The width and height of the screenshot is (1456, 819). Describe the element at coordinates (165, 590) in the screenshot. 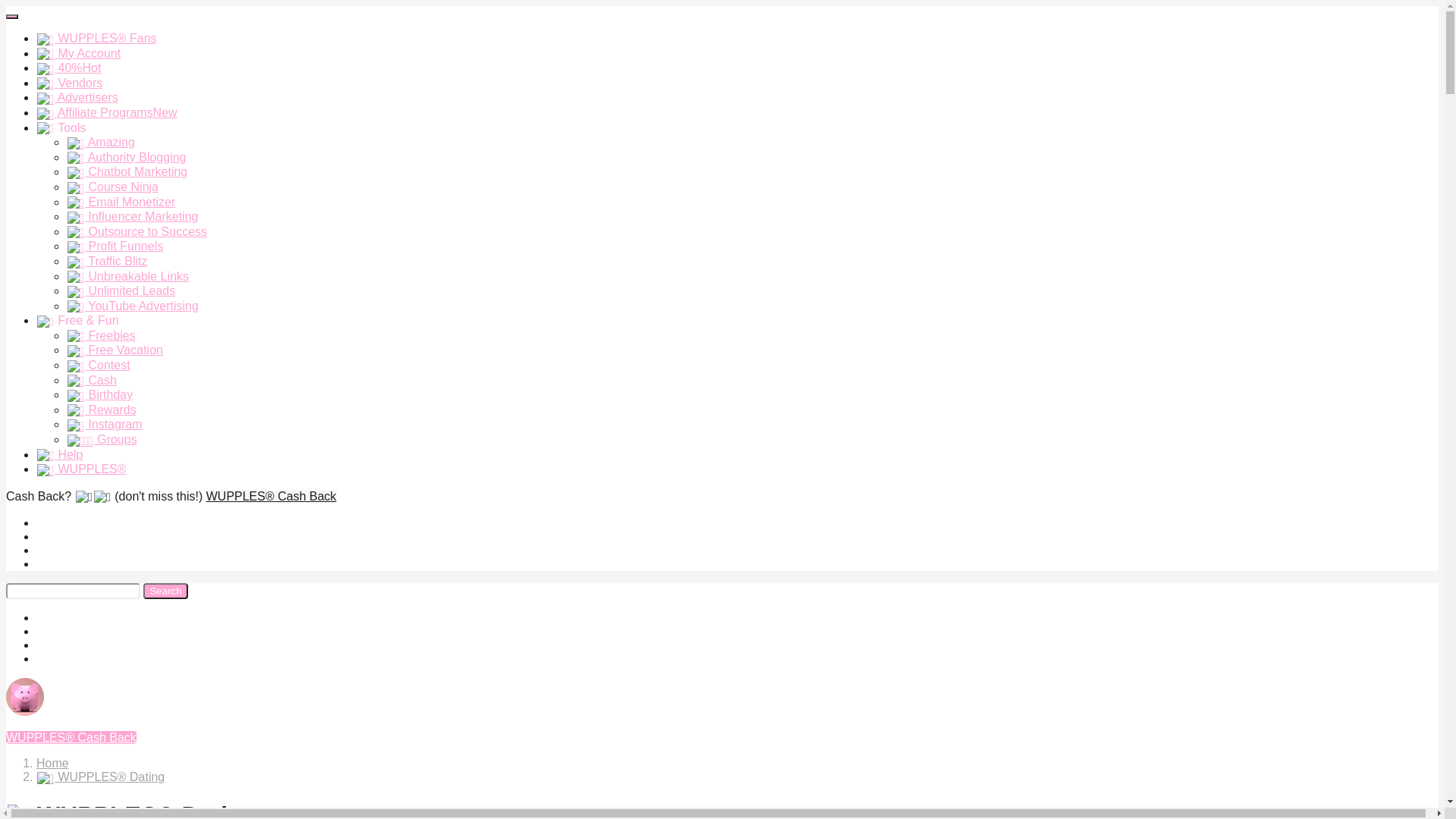

I see `'Search'` at that location.